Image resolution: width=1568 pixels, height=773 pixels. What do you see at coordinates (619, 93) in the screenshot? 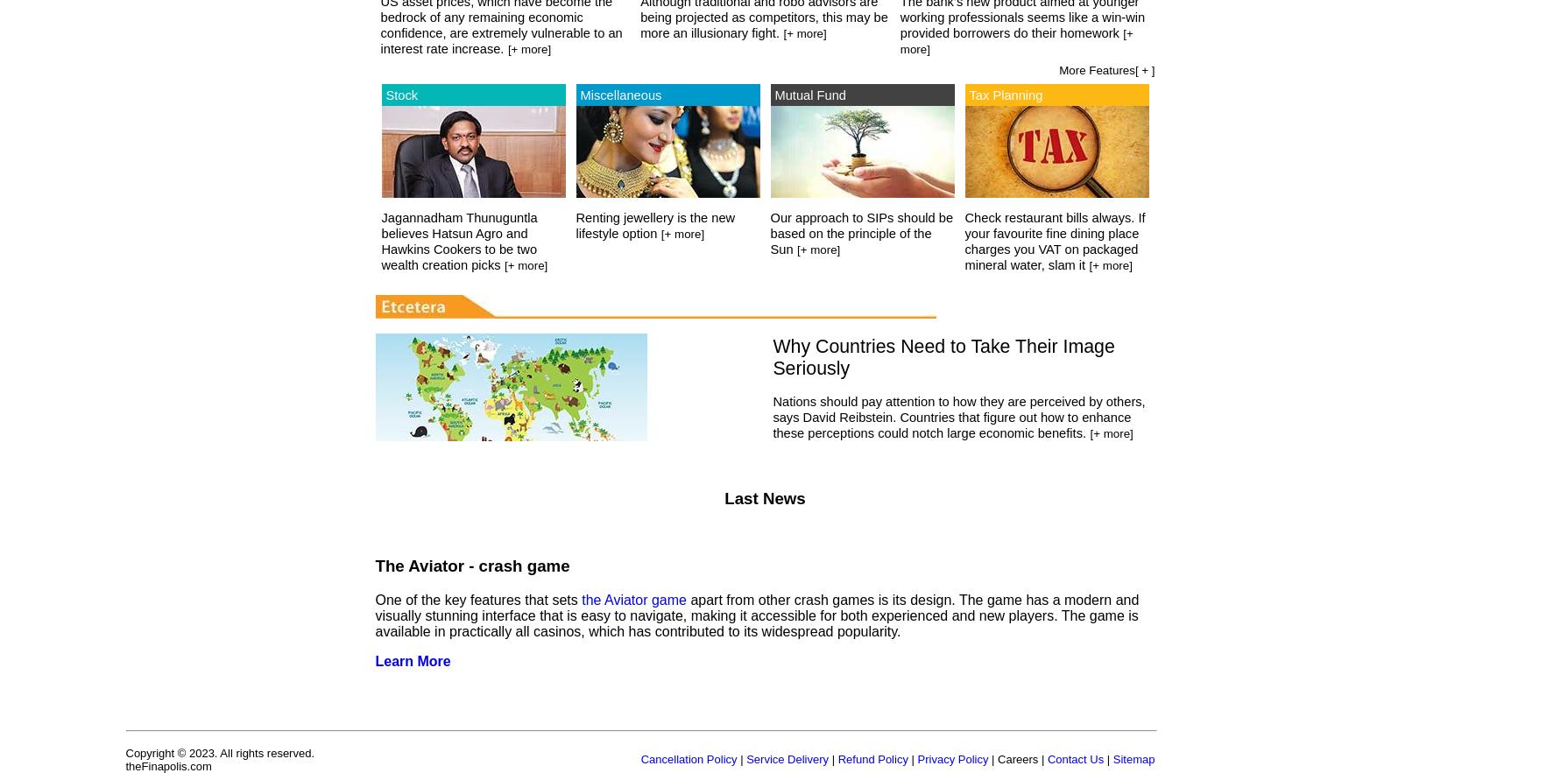
I see `'Miscellaneous'` at bounding box center [619, 93].